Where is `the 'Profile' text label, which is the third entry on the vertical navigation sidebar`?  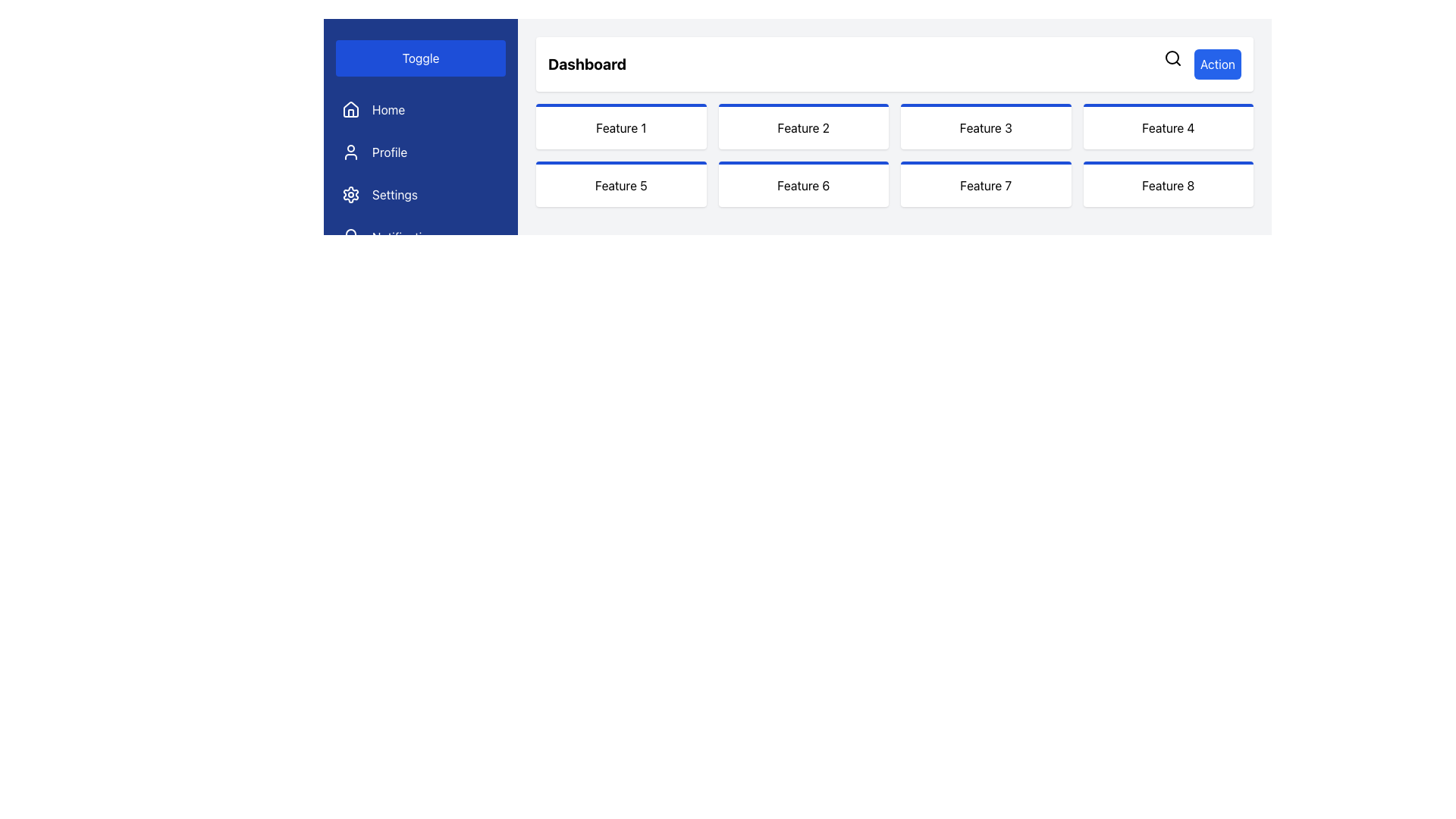 the 'Profile' text label, which is the third entry on the vertical navigation sidebar is located at coordinates (389, 152).